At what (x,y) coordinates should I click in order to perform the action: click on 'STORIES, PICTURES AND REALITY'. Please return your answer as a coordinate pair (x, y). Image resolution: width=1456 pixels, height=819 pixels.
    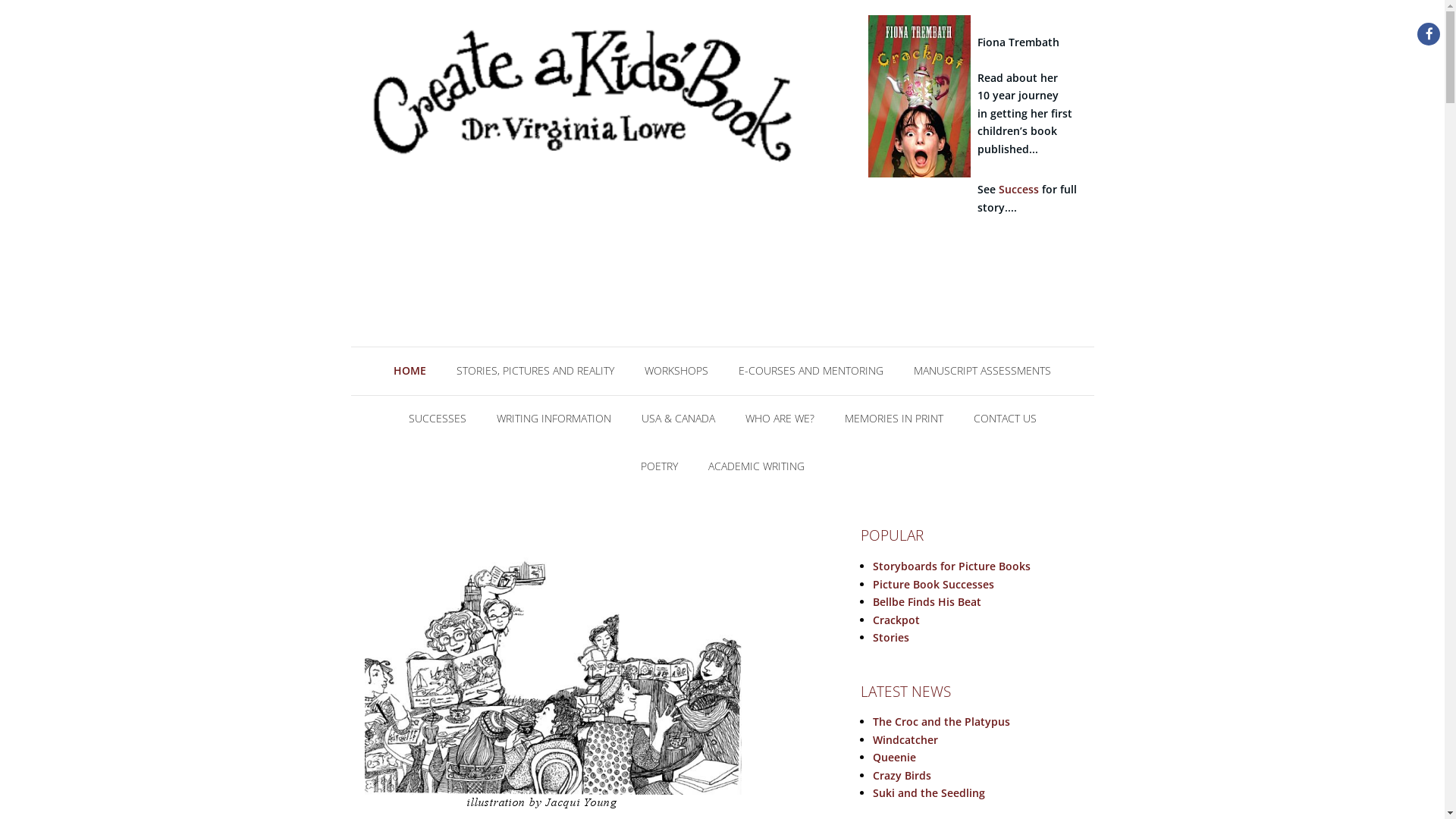
    Looking at the image, I should click on (440, 369).